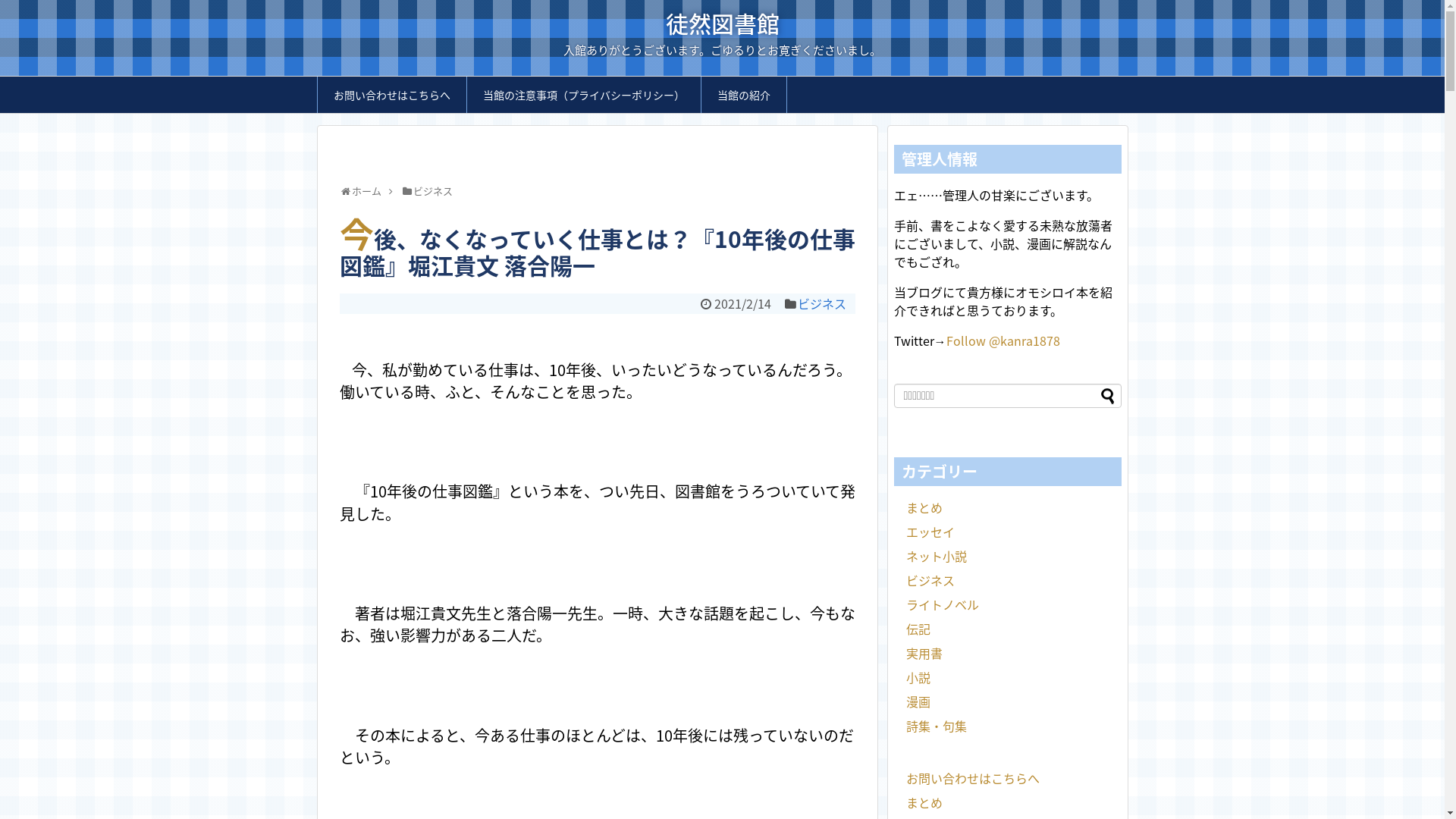 The image size is (1456, 819). What do you see at coordinates (1003, 339) in the screenshot?
I see `'Follow @kanra1878'` at bounding box center [1003, 339].